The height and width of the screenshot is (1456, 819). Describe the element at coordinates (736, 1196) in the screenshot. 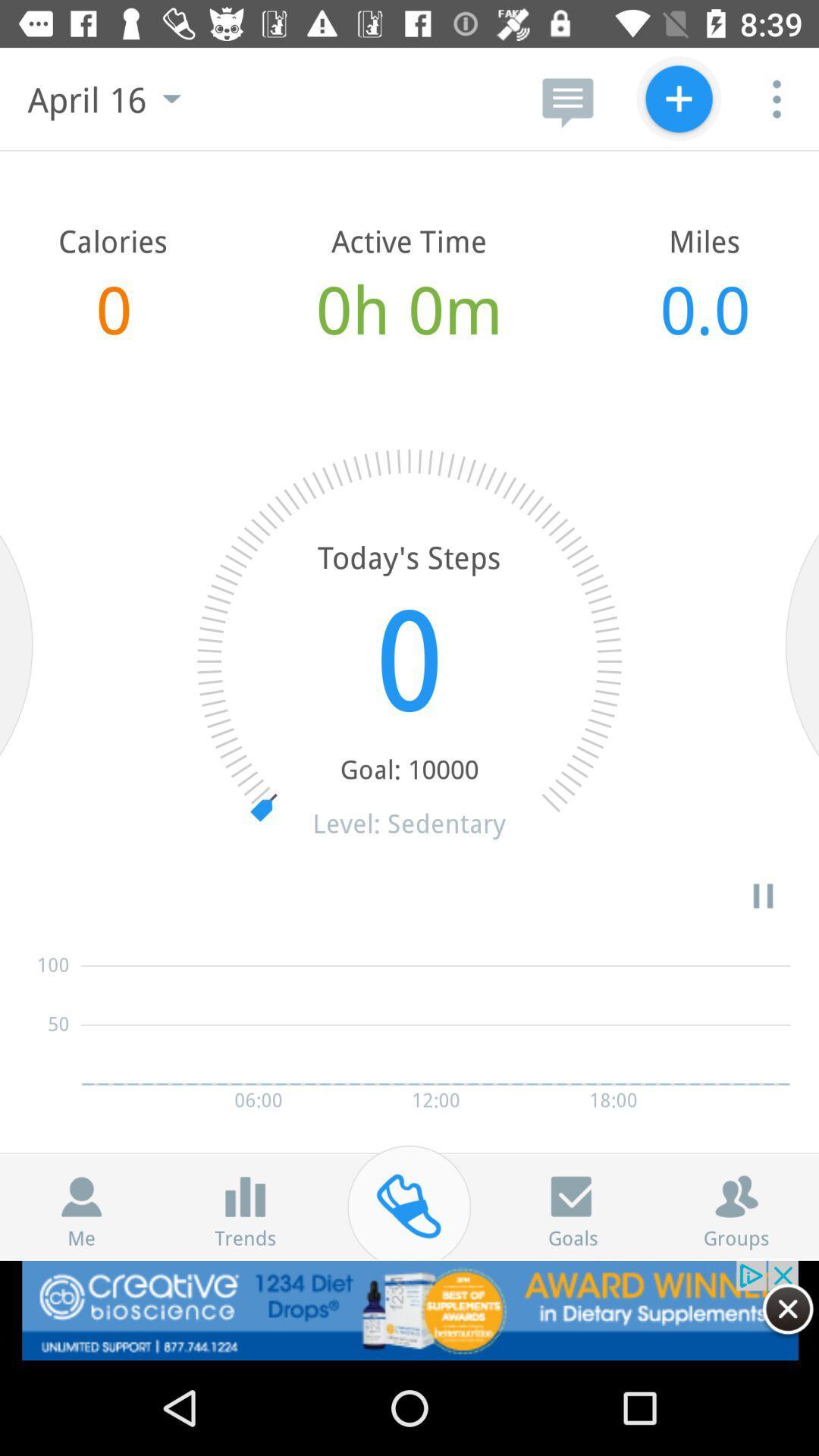

I see `the avatar icon` at that location.